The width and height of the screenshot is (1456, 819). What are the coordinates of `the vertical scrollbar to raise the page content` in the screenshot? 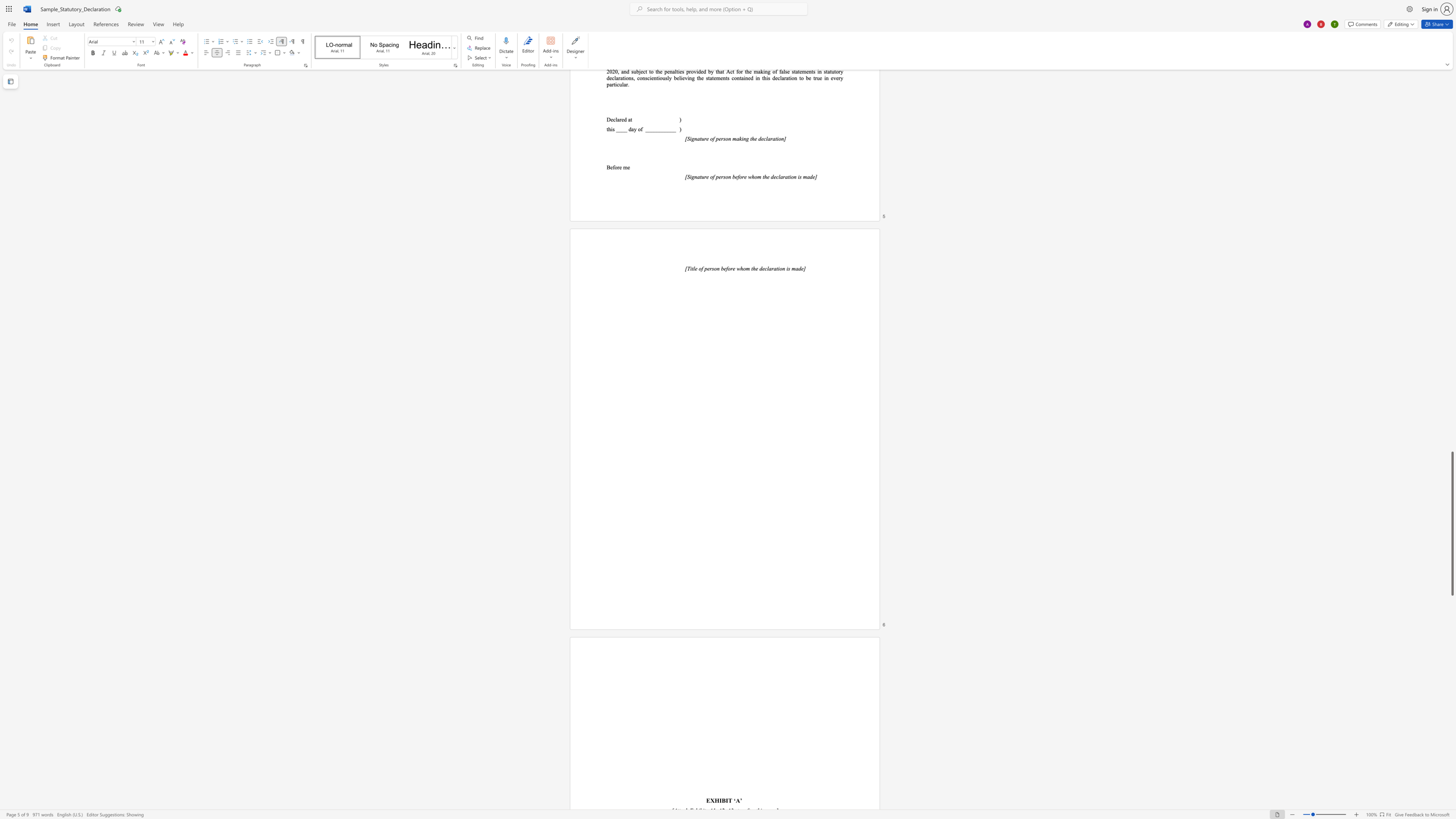 It's located at (1451, 424).